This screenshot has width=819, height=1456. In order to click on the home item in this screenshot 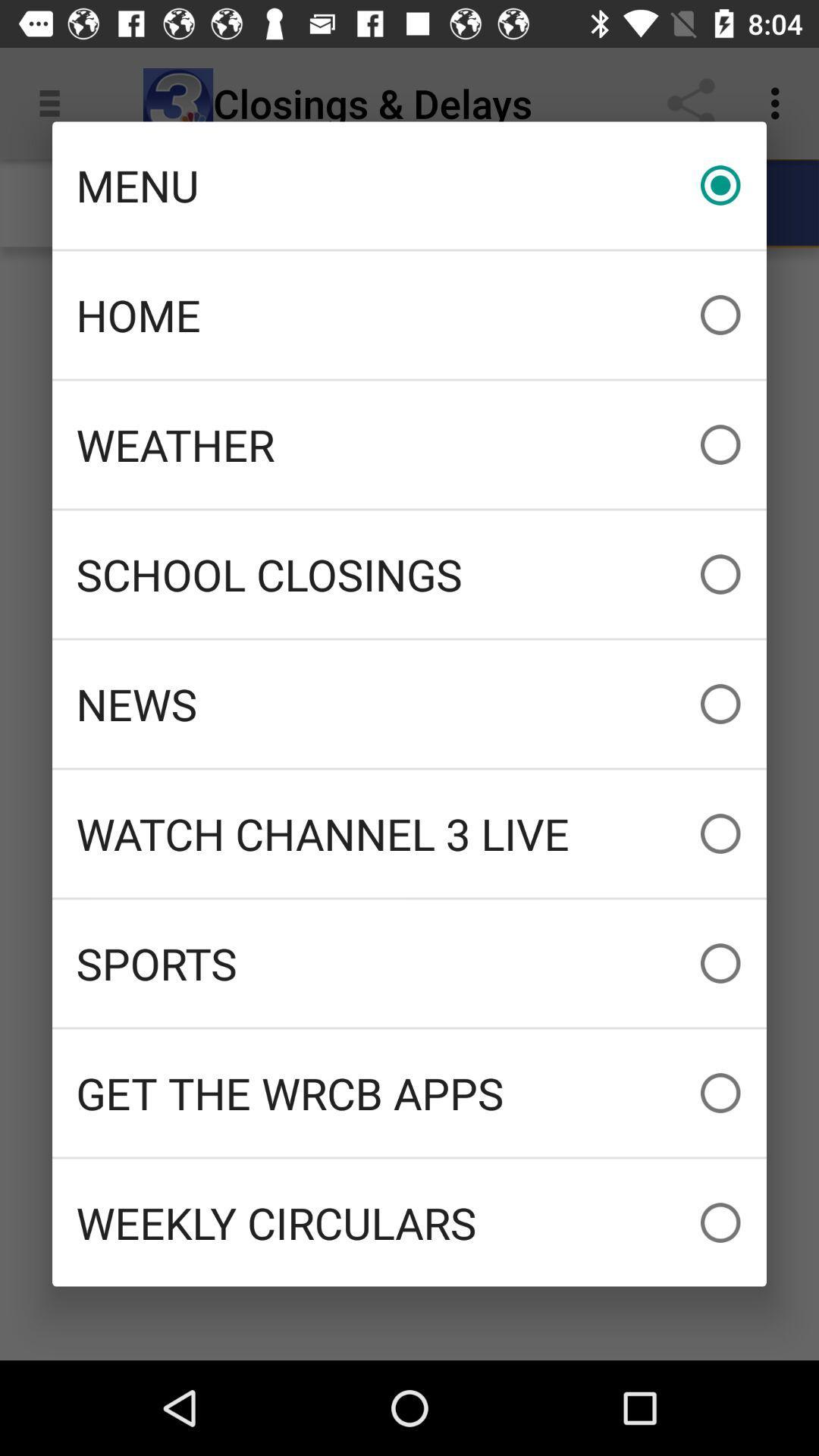, I will do `click(409, 314)`.